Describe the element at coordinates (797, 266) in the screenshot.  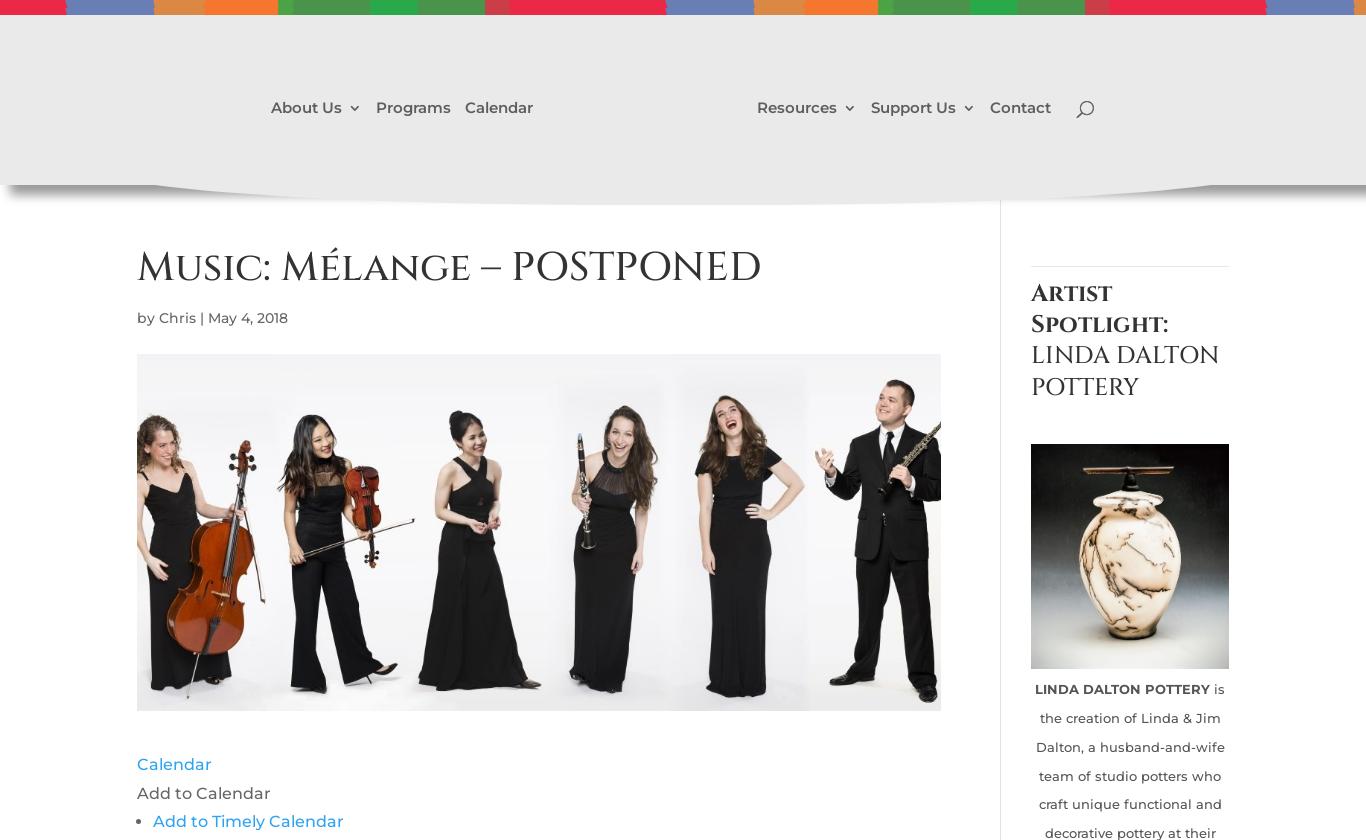
I see `'Exhibit Your Art'` at that location.